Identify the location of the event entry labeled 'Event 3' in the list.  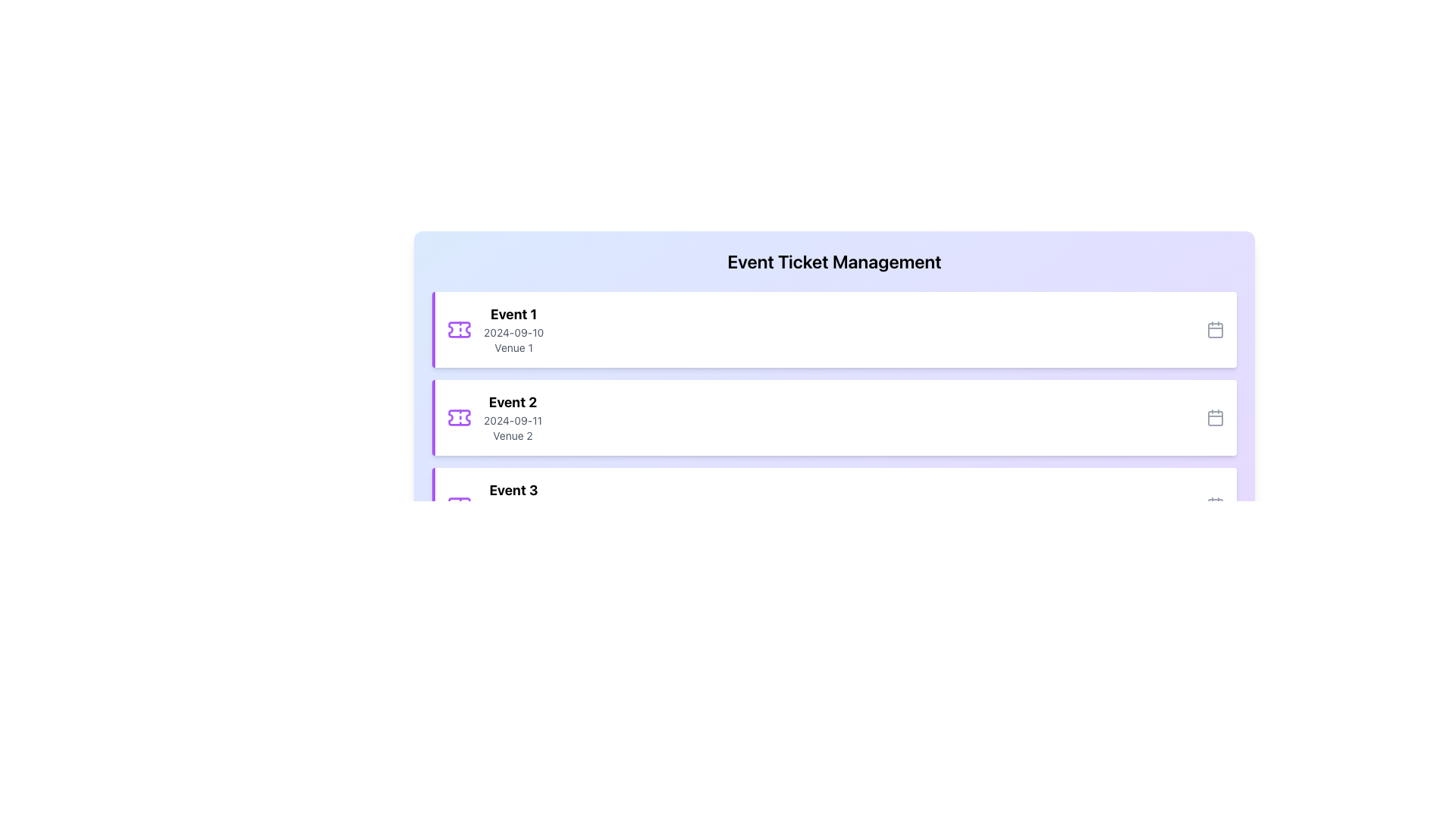
(495, 506).